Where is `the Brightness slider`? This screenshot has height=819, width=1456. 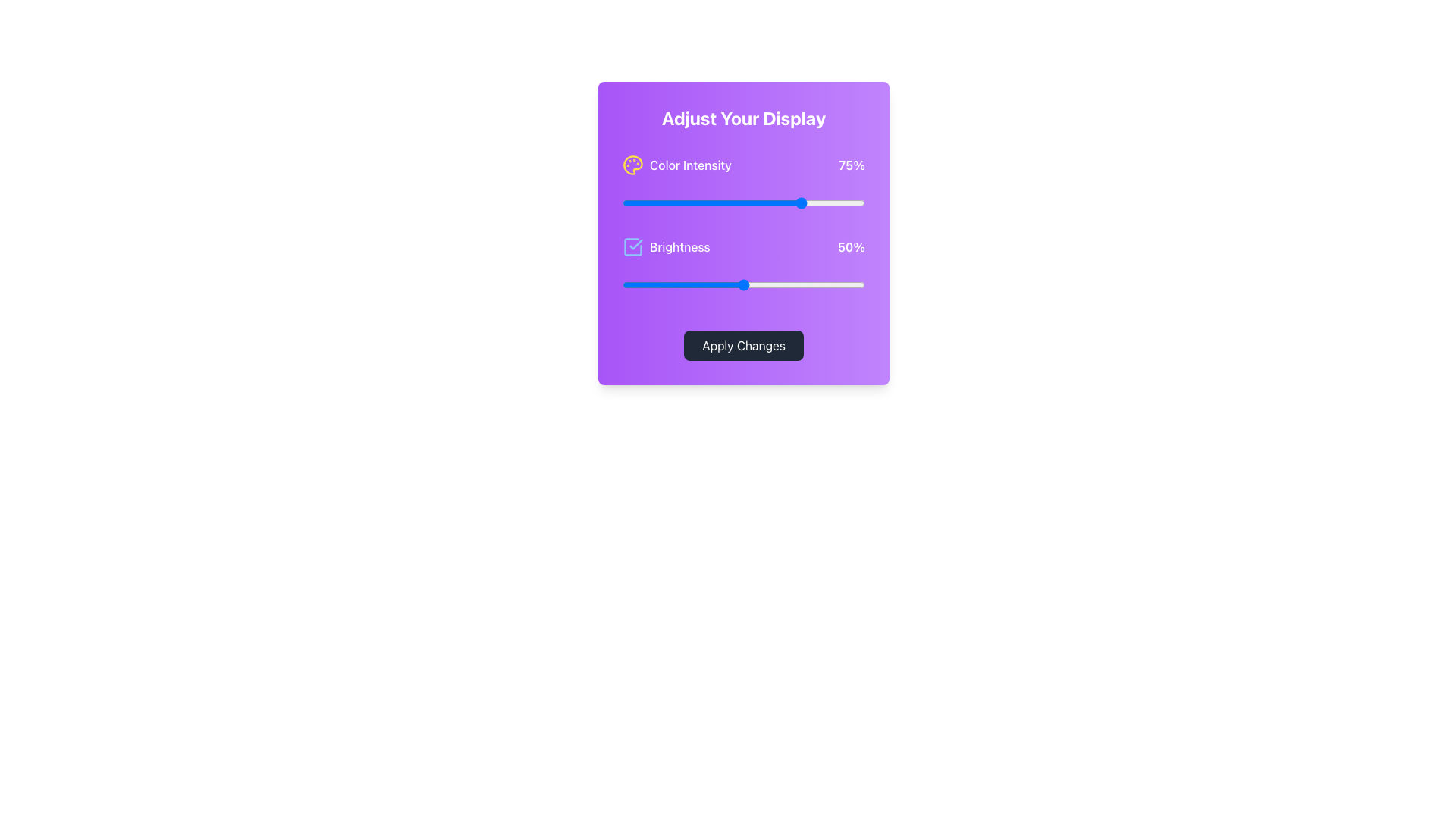
the Brightness slider is located at coordinates (637, 284).